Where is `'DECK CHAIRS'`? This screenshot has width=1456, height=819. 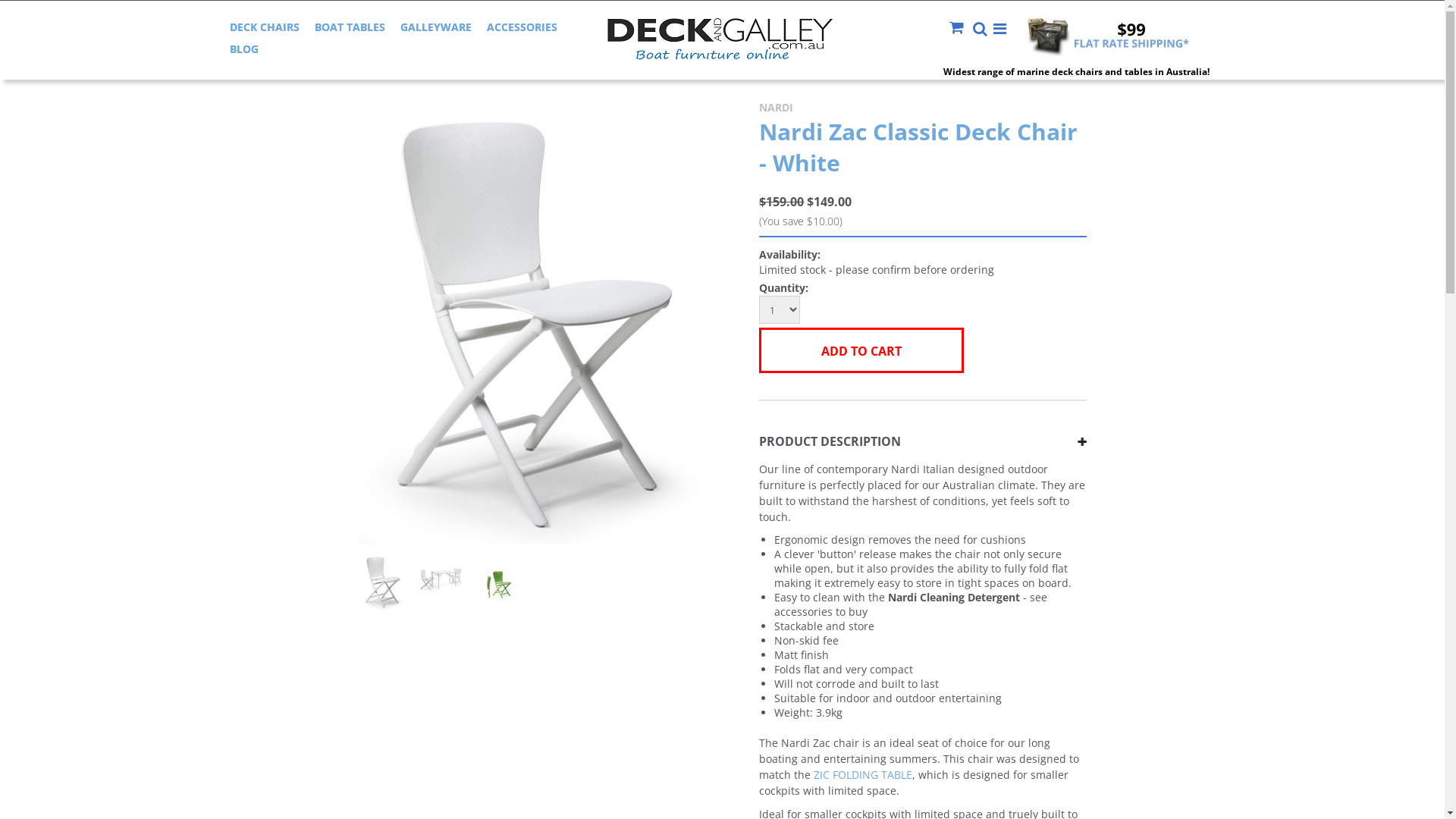
'DECK CHAIRS' is located at coordinates (263, 27).